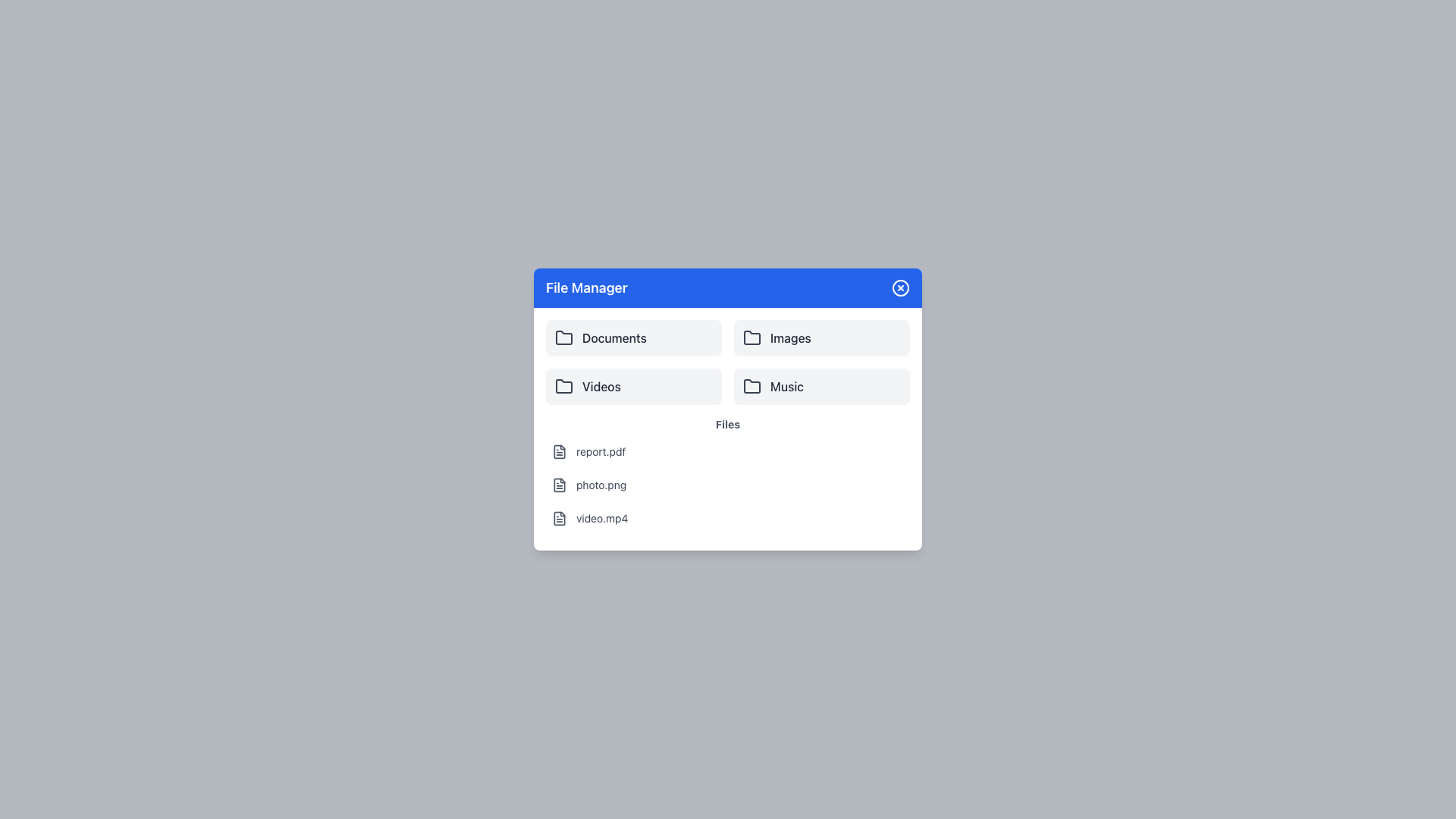 Image resolution: width=1456 pixels, height=819 pixels. Describe the element at coordinates (601, 385) in the screenshot. I see `the 'Videos' text label, which is styled in gray and is part of the interactive folder button array, specifically the third folder in the first row` at that location.